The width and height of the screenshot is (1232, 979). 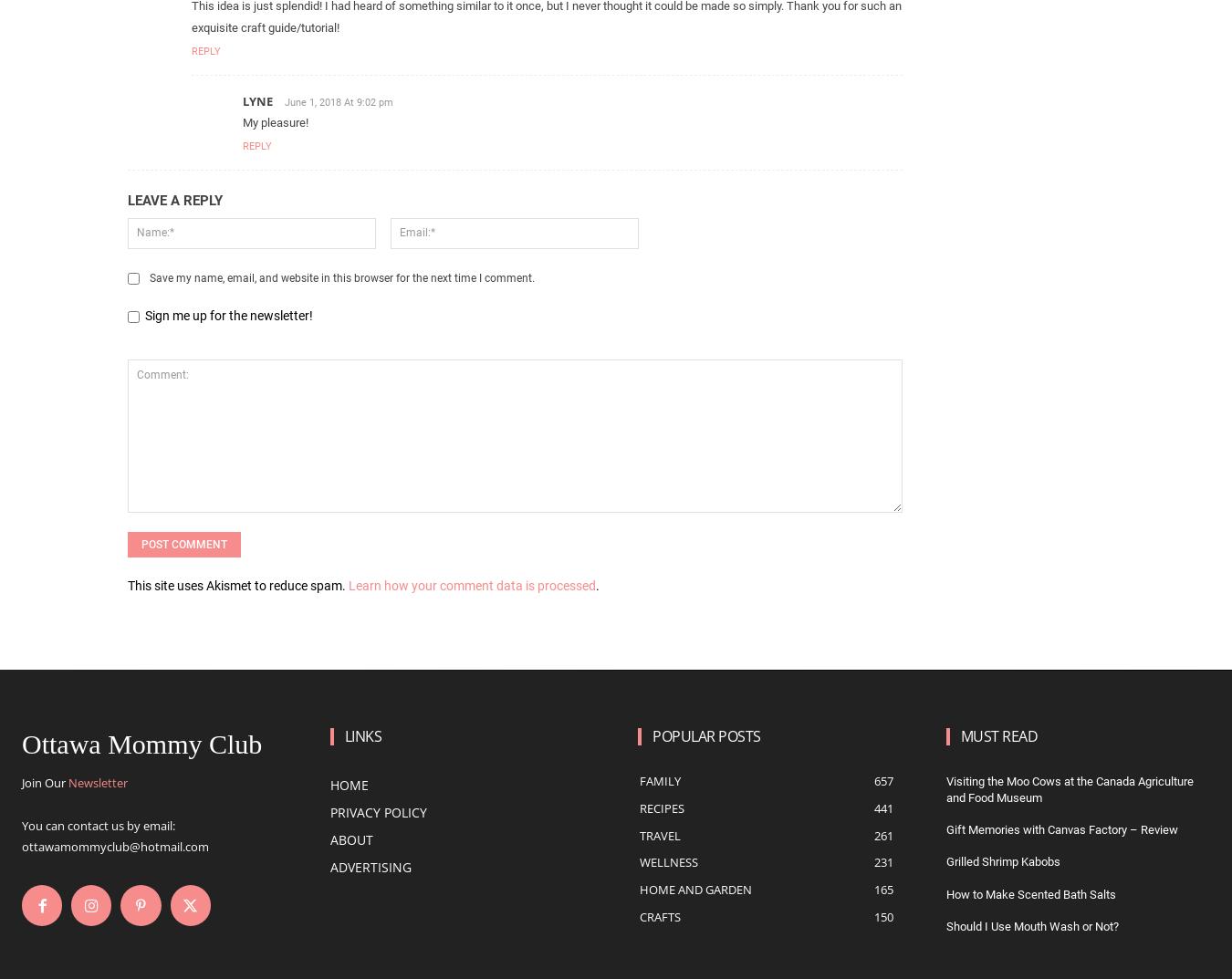 I want to click on 'My pleasure!', so click(x=241, y=120).